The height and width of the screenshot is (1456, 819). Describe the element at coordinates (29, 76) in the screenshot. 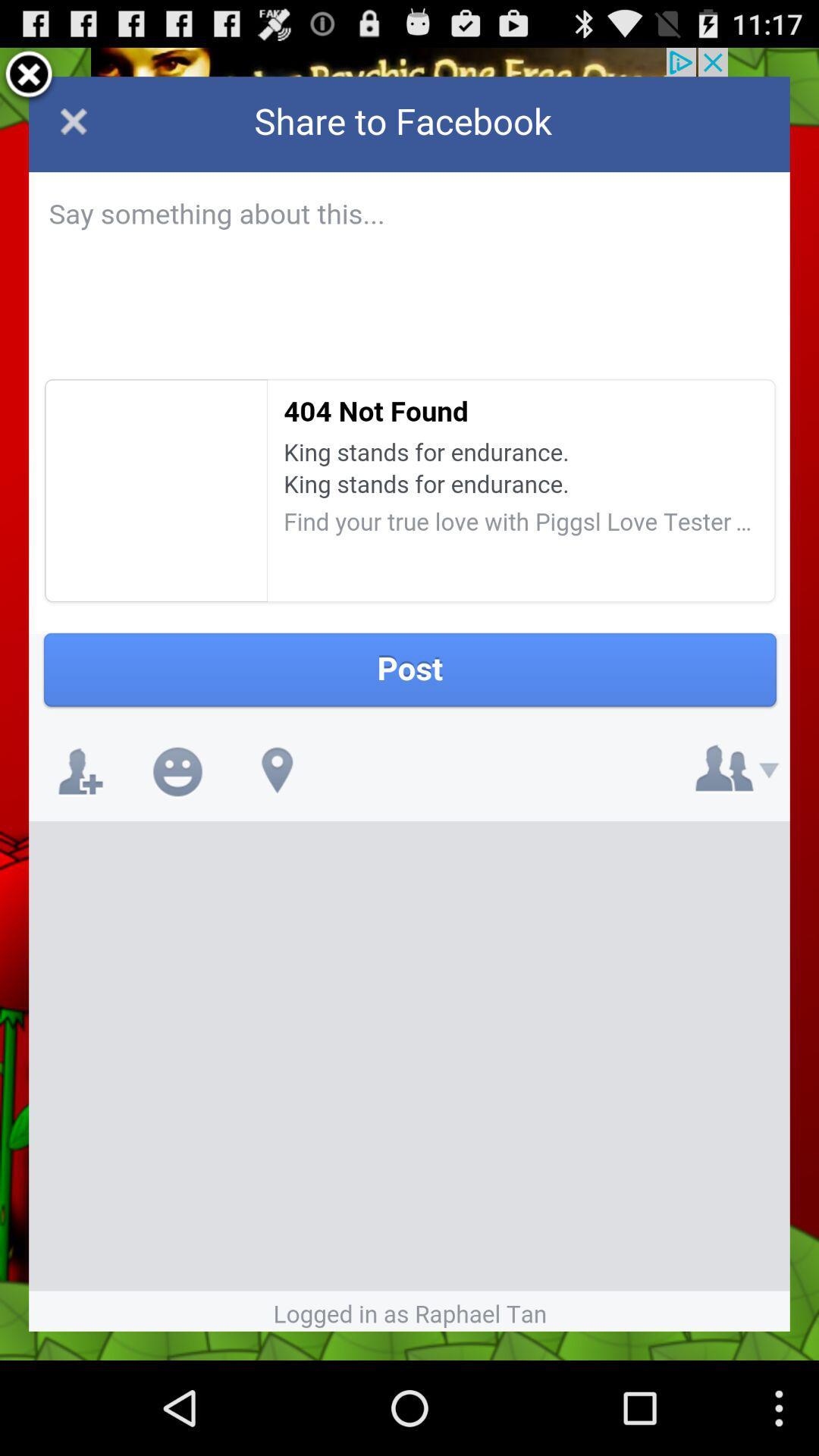

I see `tab` at that location.